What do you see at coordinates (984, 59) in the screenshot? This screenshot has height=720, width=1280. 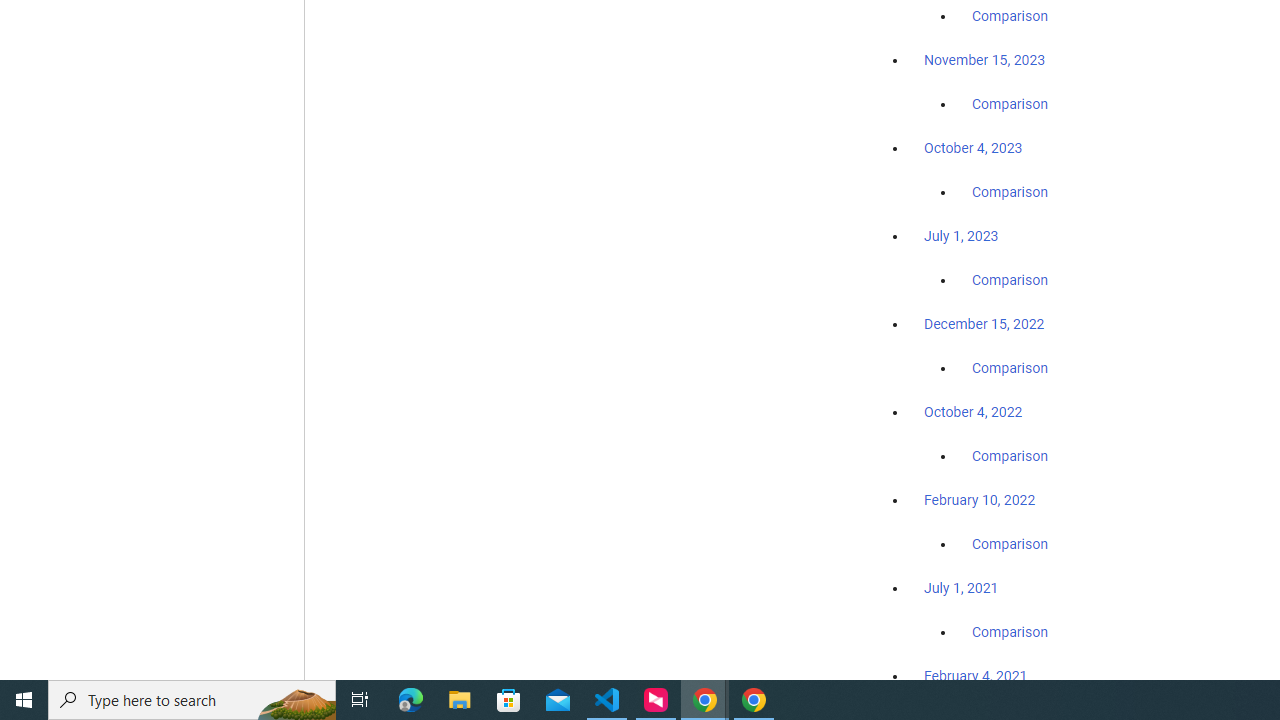 I see `'November 15, 2023'` at bounding box center [984, 59].